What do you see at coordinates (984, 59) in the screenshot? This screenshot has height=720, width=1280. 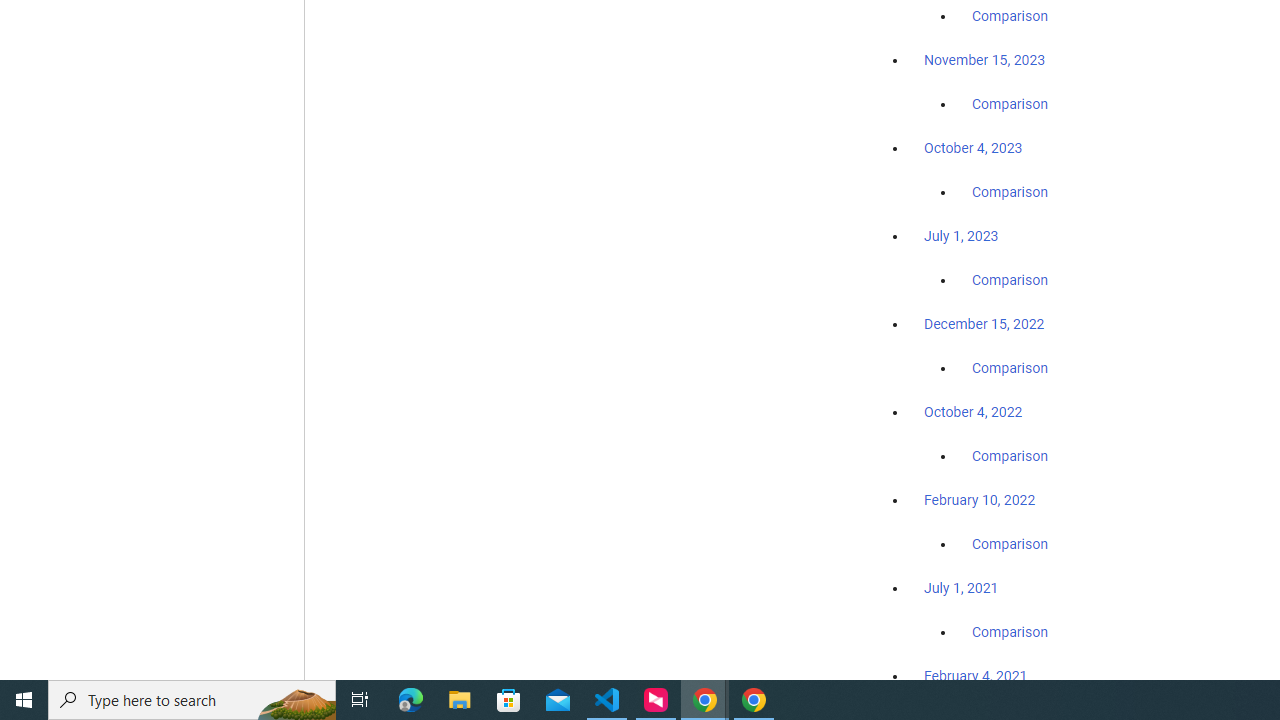 I see `'November 15, 2023'` at bounding box center [984, 59].